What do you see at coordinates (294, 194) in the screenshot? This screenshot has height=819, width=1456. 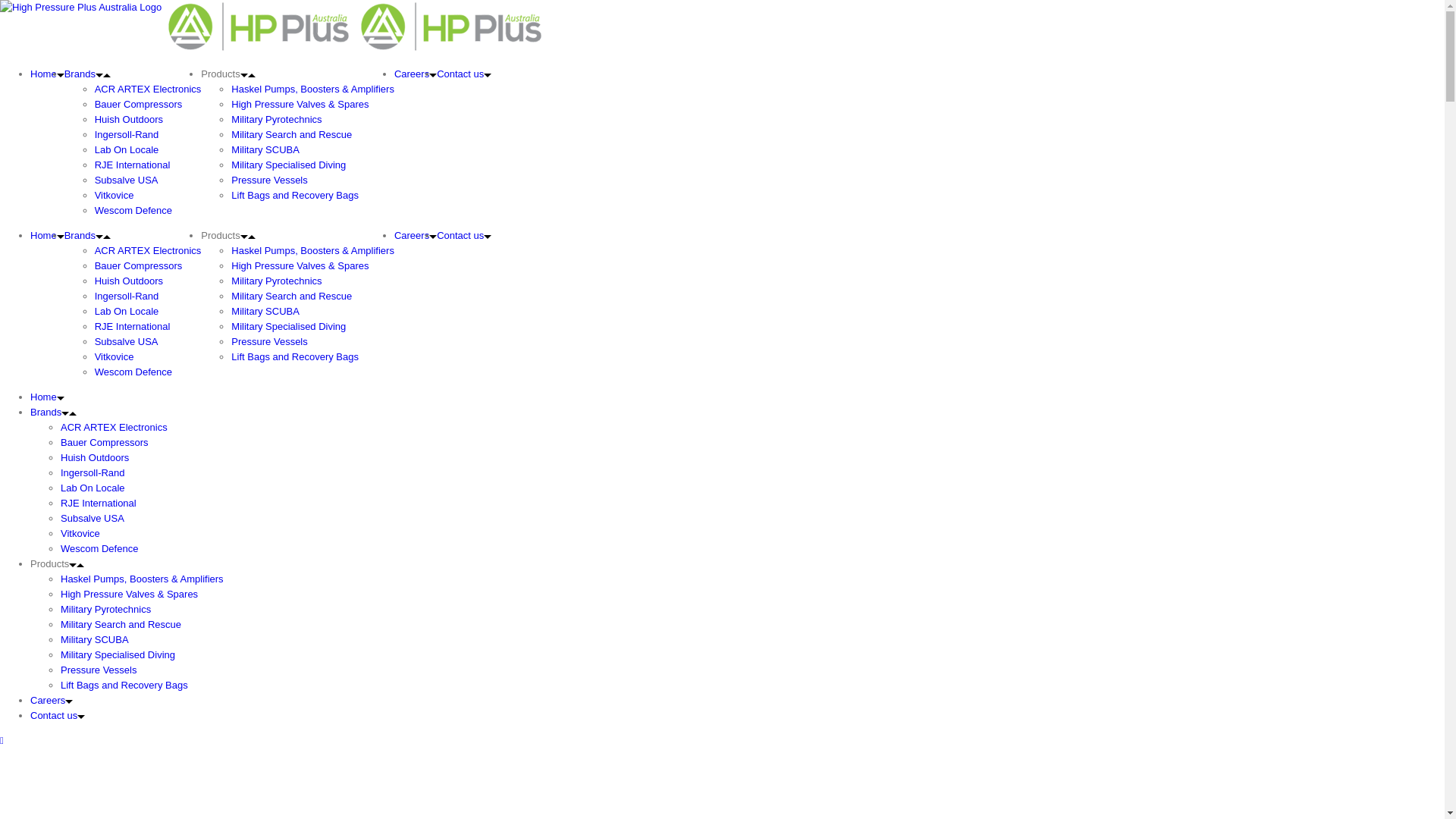 I see `'Lift Bags and Recovery Bags'` at bounding box center [294, 194].